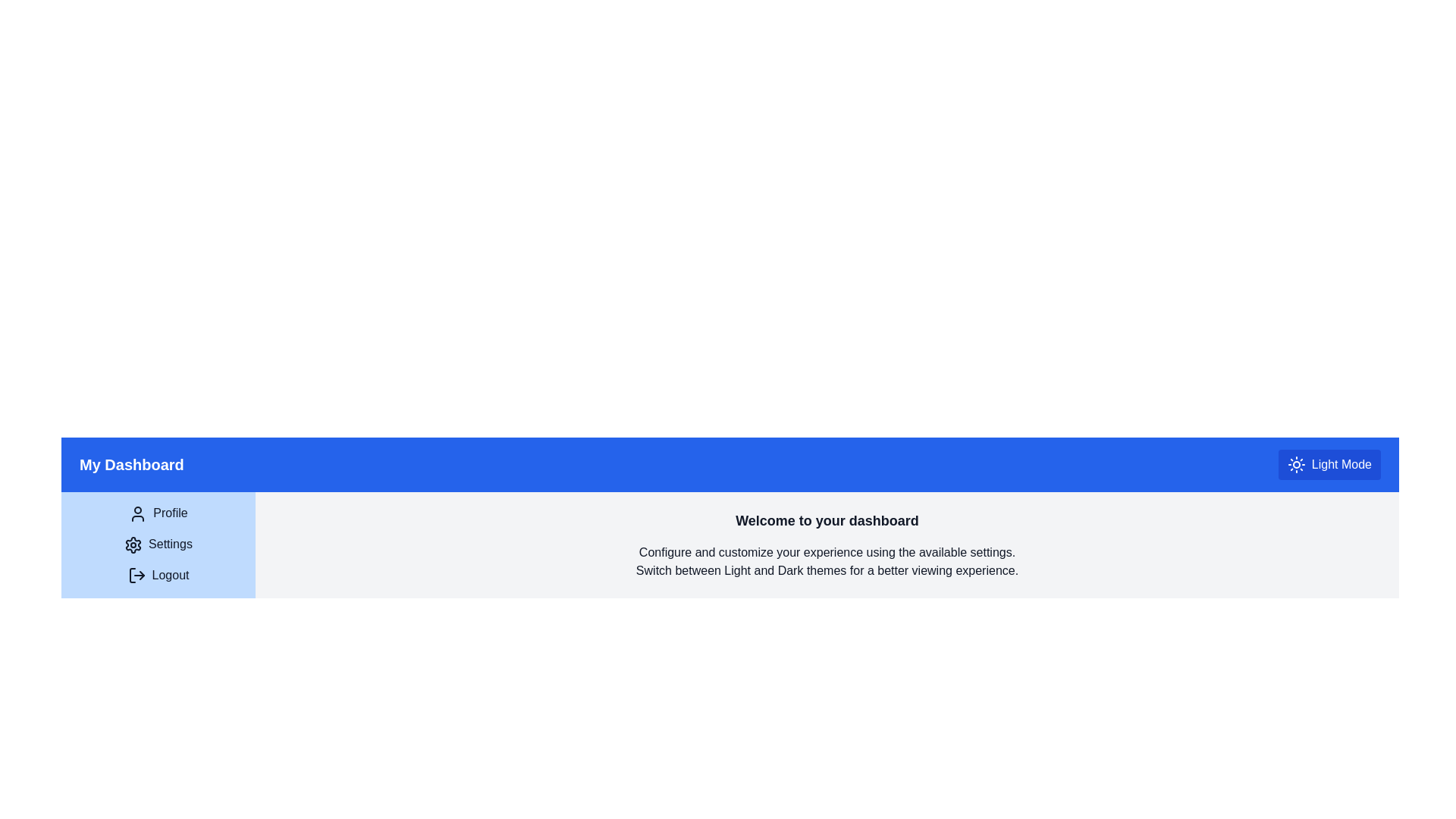 The width and height of the screenshot is (1456, 819). Describe the element at coordinates (133, 544) in the screenshot. I see `the gear icon located next to the 'Settings' label in the left-hand sidebar menu` at that location.